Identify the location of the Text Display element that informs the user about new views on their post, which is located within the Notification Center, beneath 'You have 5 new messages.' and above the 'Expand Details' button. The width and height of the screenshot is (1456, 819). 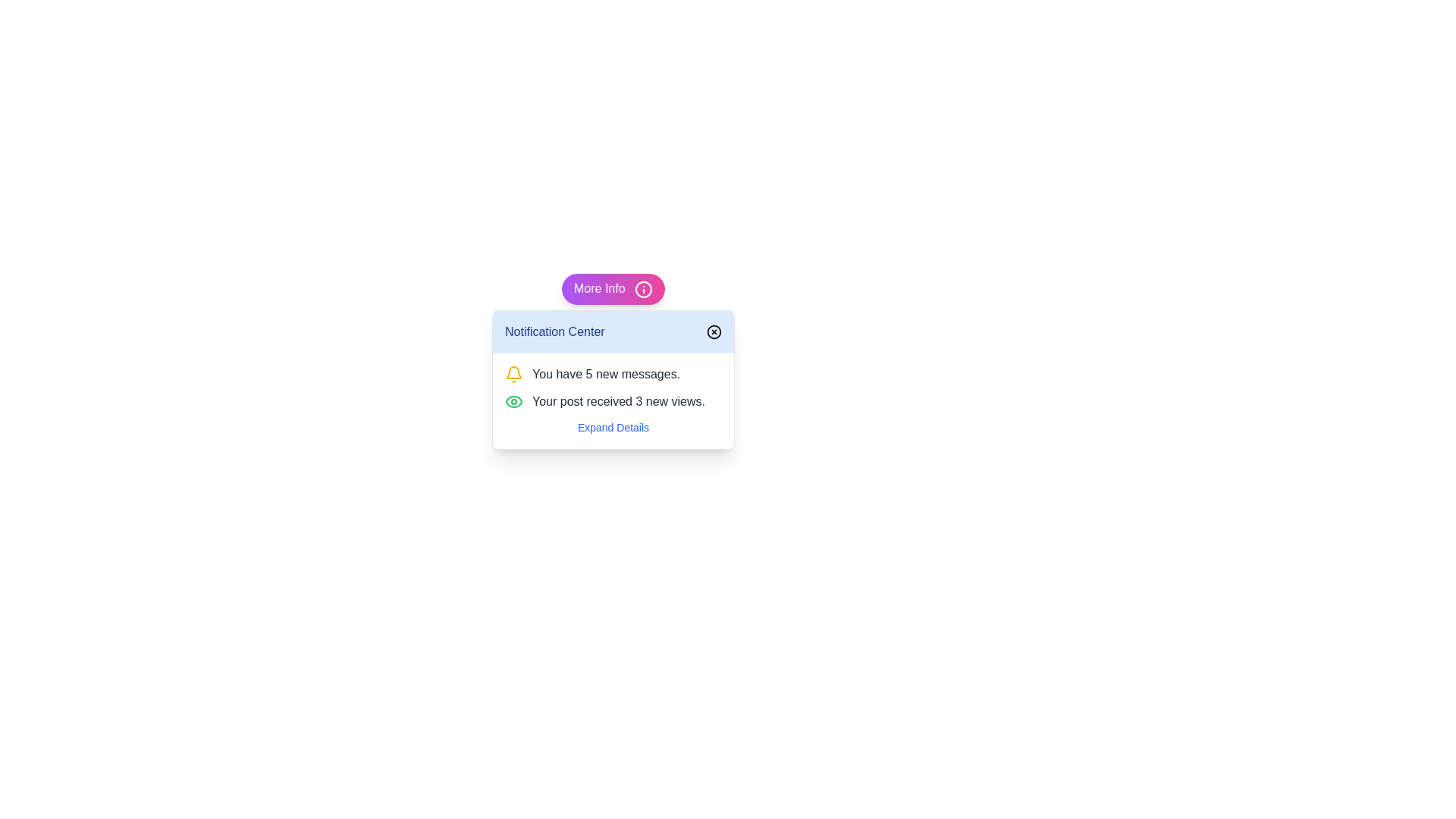
(619, 400).